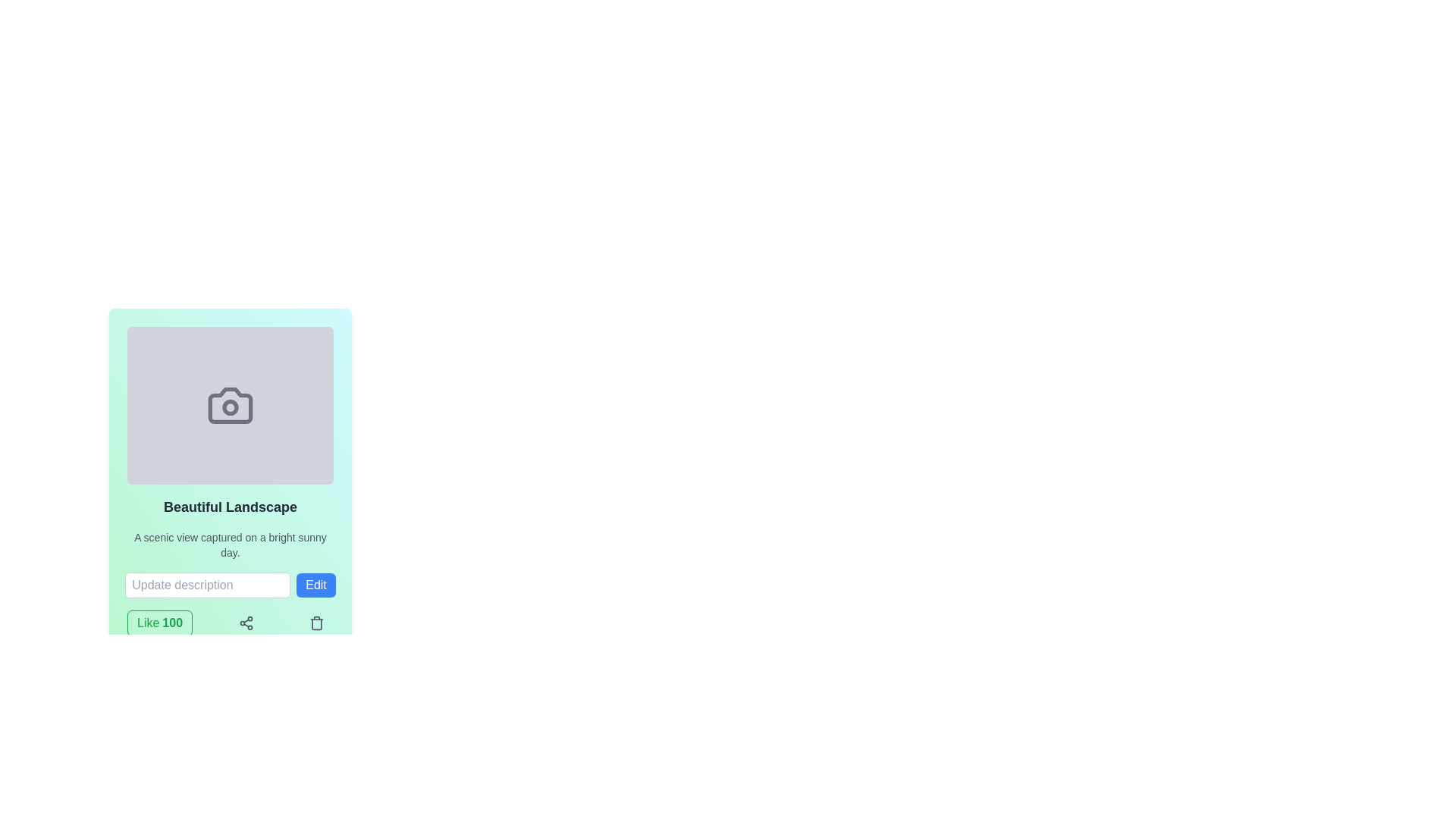  What do you see at coordinates (229, 405) in the screenshot?
I see `the Image Placeholder element located above the text 'Beautiful Landscape' and 'A scenic view captured on a bright sunny day.'` at bounding box center [229, 405].